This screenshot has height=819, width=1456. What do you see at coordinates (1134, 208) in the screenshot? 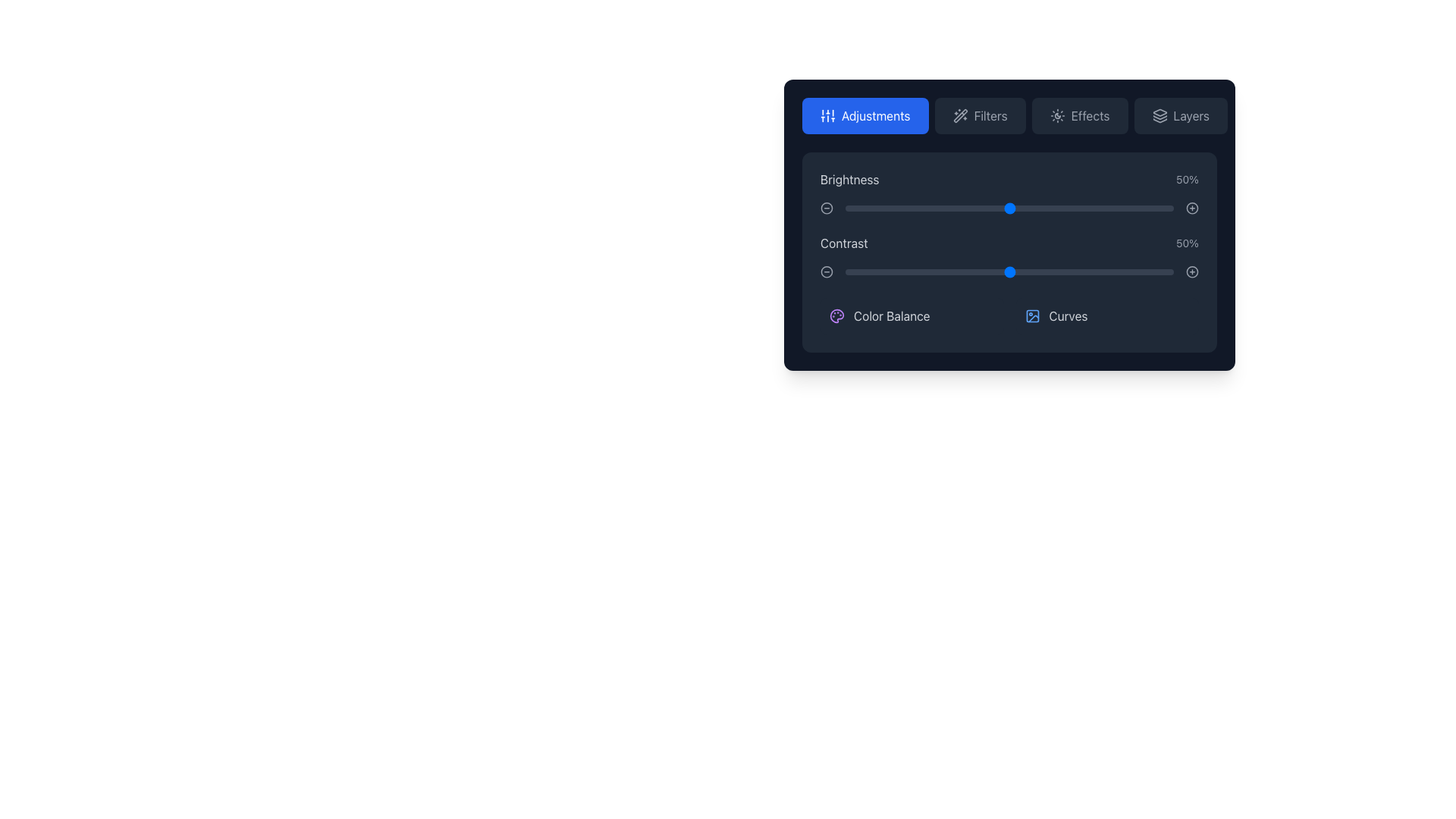
I see `brightness` at bounding box center [1134, 208].